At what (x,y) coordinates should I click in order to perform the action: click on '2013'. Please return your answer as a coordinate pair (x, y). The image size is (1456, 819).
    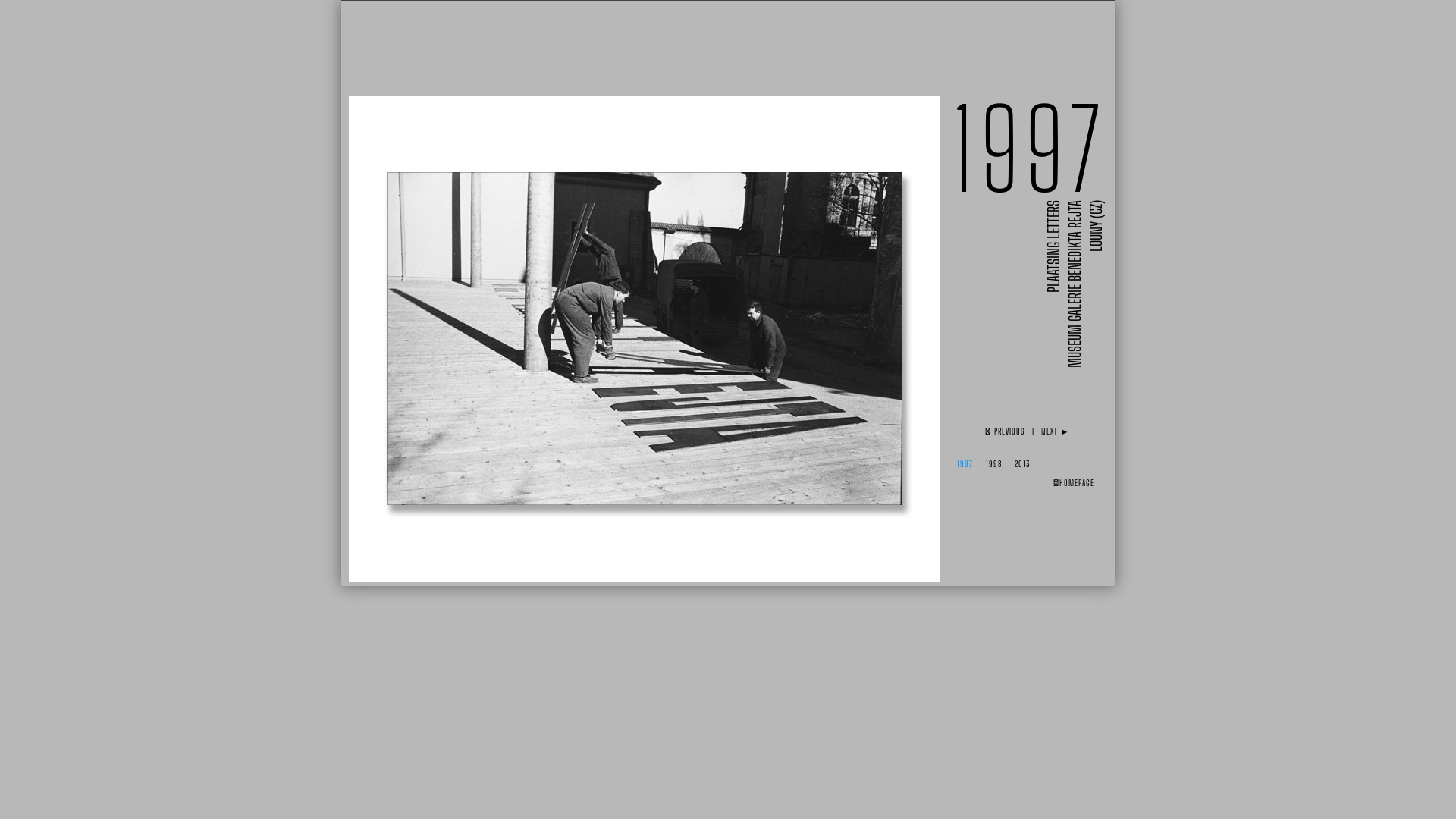
    Looking at the image, I should click on (1022, 463).